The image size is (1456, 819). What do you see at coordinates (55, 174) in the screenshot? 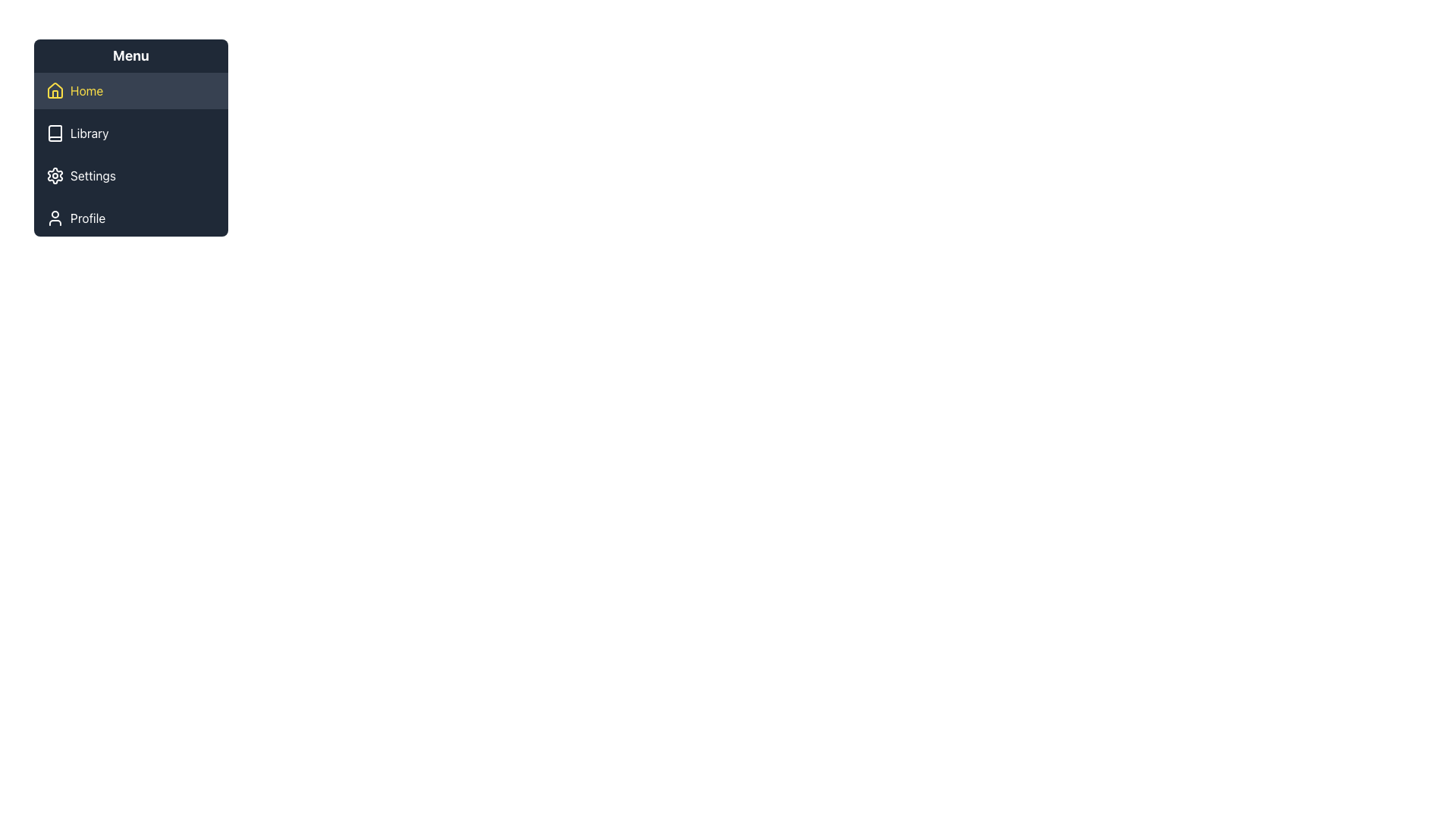
I see `the 'Settings' icon located at the far left next to the text label to highlight the settings menu` at bounding box center [55, 174].